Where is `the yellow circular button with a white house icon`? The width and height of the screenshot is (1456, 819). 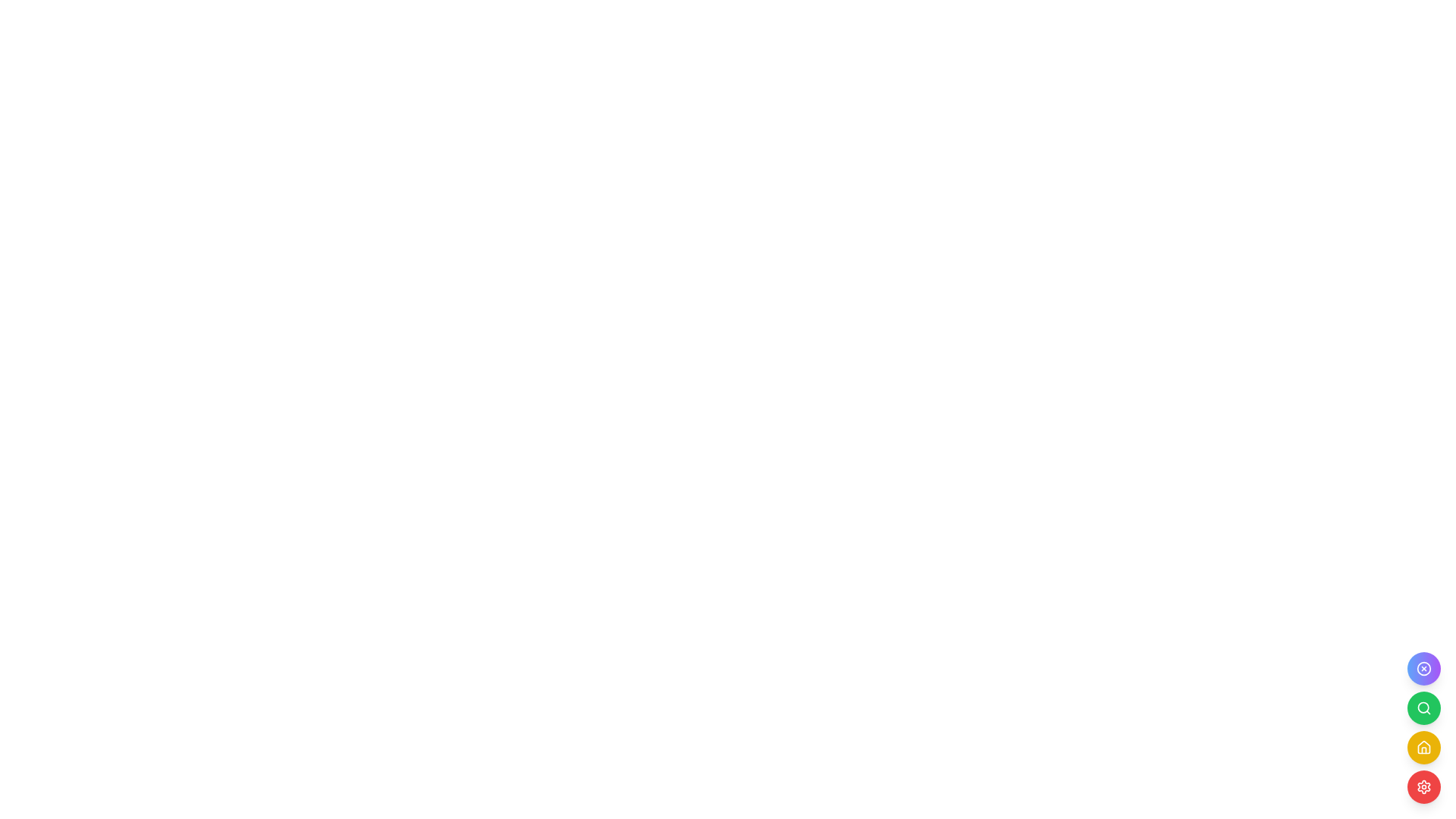 the yellow circular button with a white house icon is located at coordinates (1423, 727).